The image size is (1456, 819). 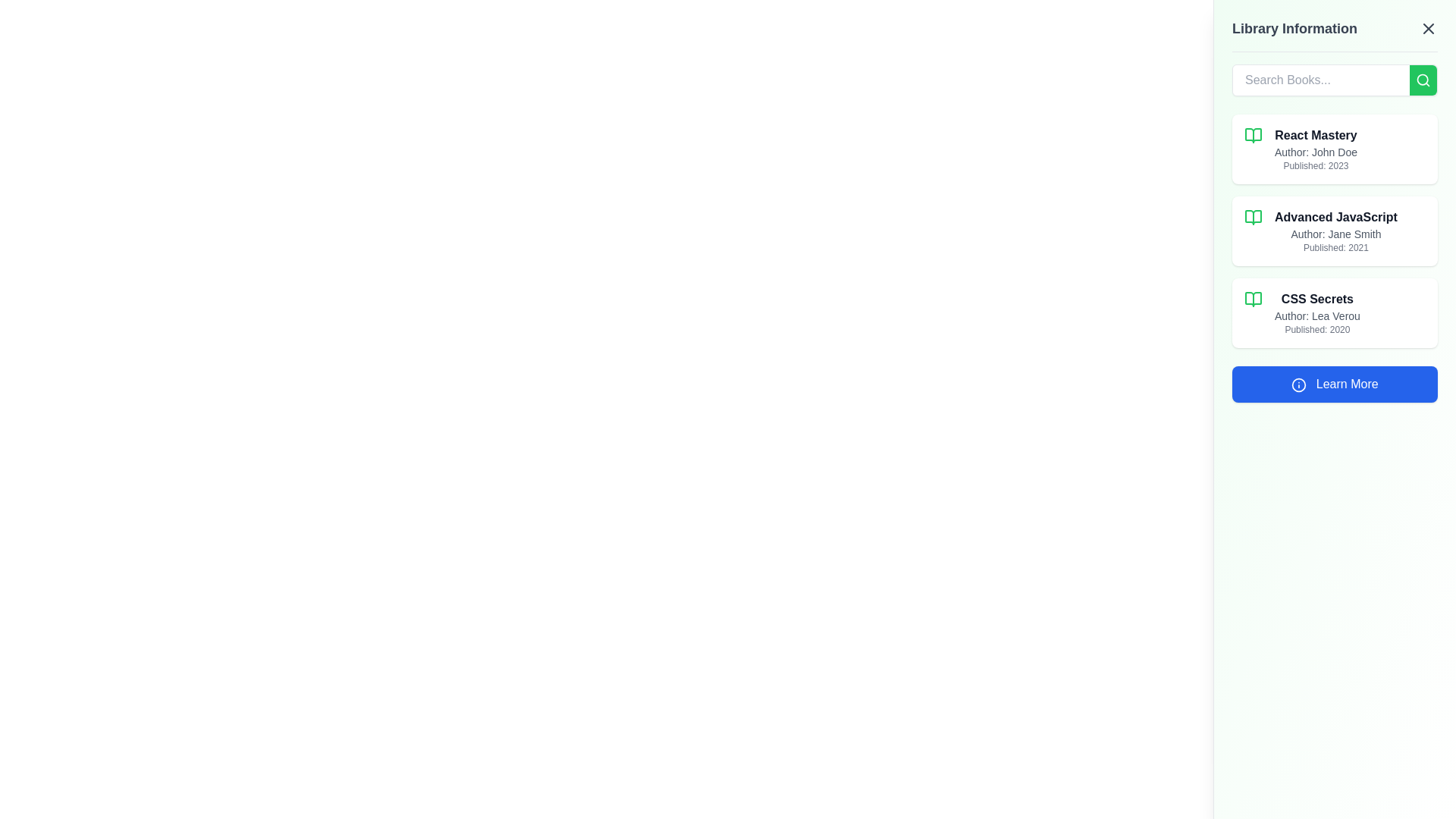 What do you see at coordinates (1315, 149) in the screenshot?
I see `informational text block containing the book's title 'React Mastery', author 'John Doe', and publication year '2023', located beneath the search bar and next to the green book icon in the 'Library Information' panel` at bounding box center [1315, 149].